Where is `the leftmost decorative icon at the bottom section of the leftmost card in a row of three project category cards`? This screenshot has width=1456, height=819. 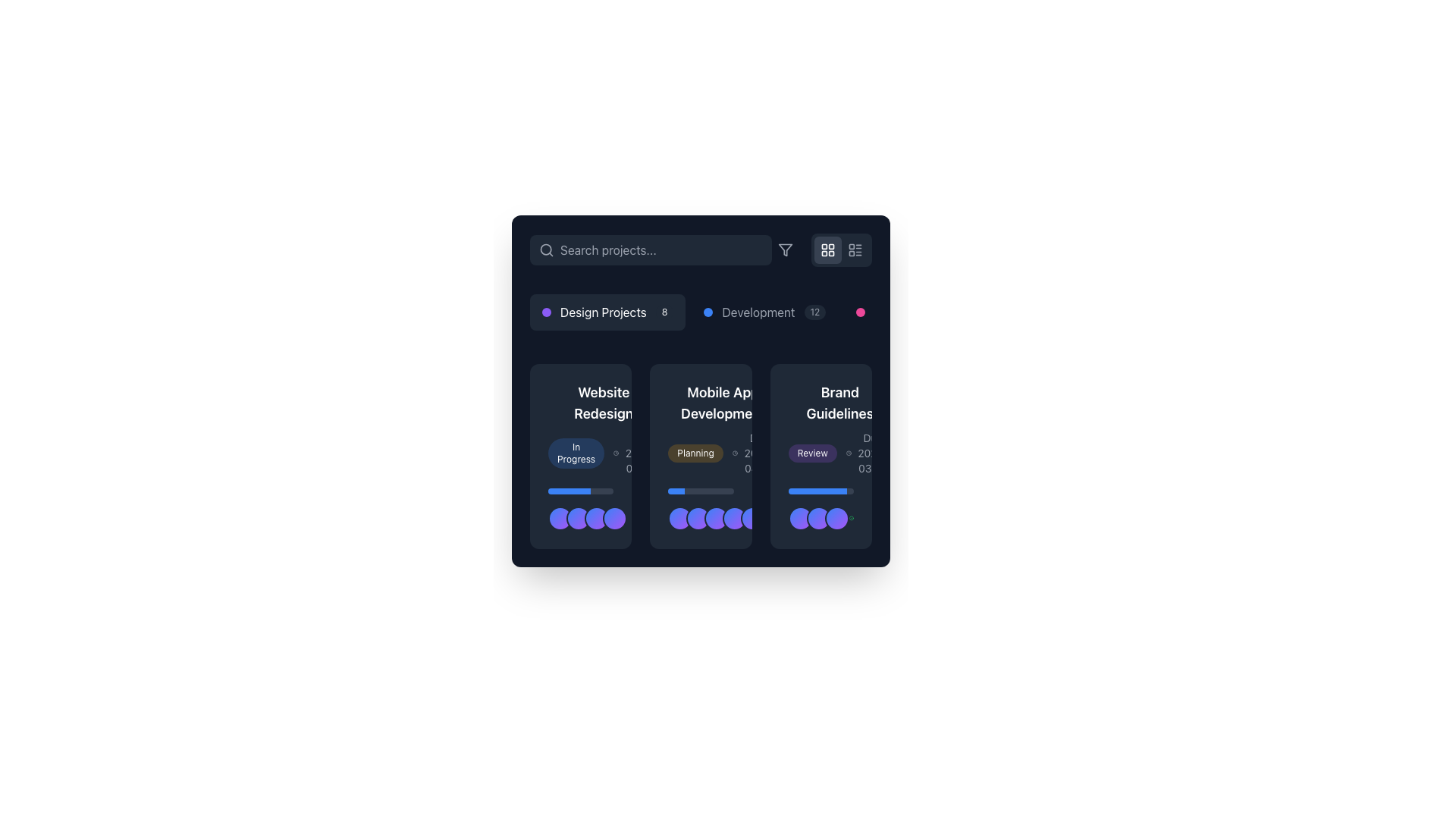 the leftmost decorative icon at the bottom section of the leftmost card in a row of three project category cards is located at coordinates (560, 517).